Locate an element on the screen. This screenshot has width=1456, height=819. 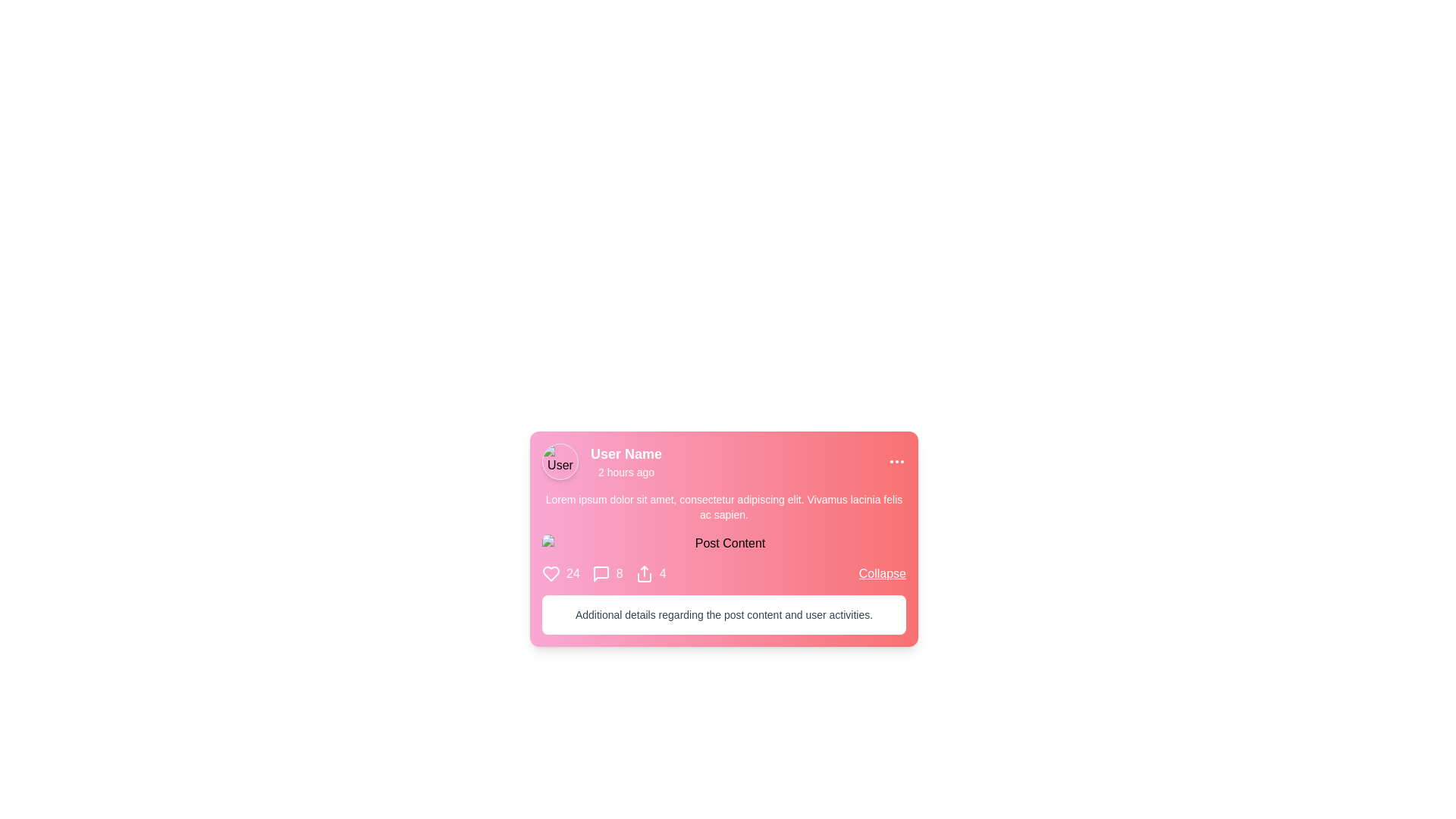
numerical count '24' displayed next to the heart icon in the post metrics section is located at coordinates (572, 573).